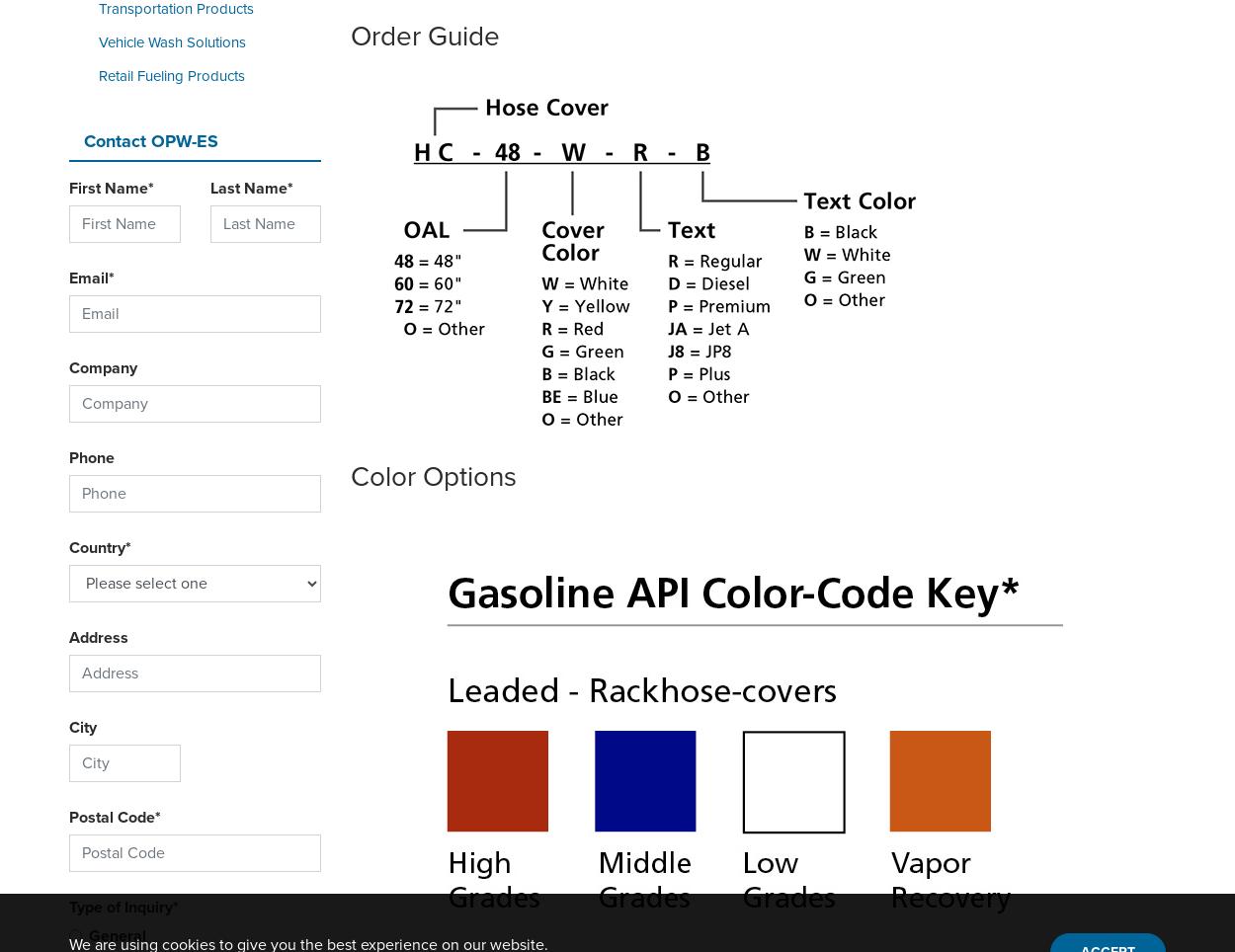 This screenshot has width=1235, height=952. I want to click on 'Vehicle Wash Solutions', so click(172, 41).